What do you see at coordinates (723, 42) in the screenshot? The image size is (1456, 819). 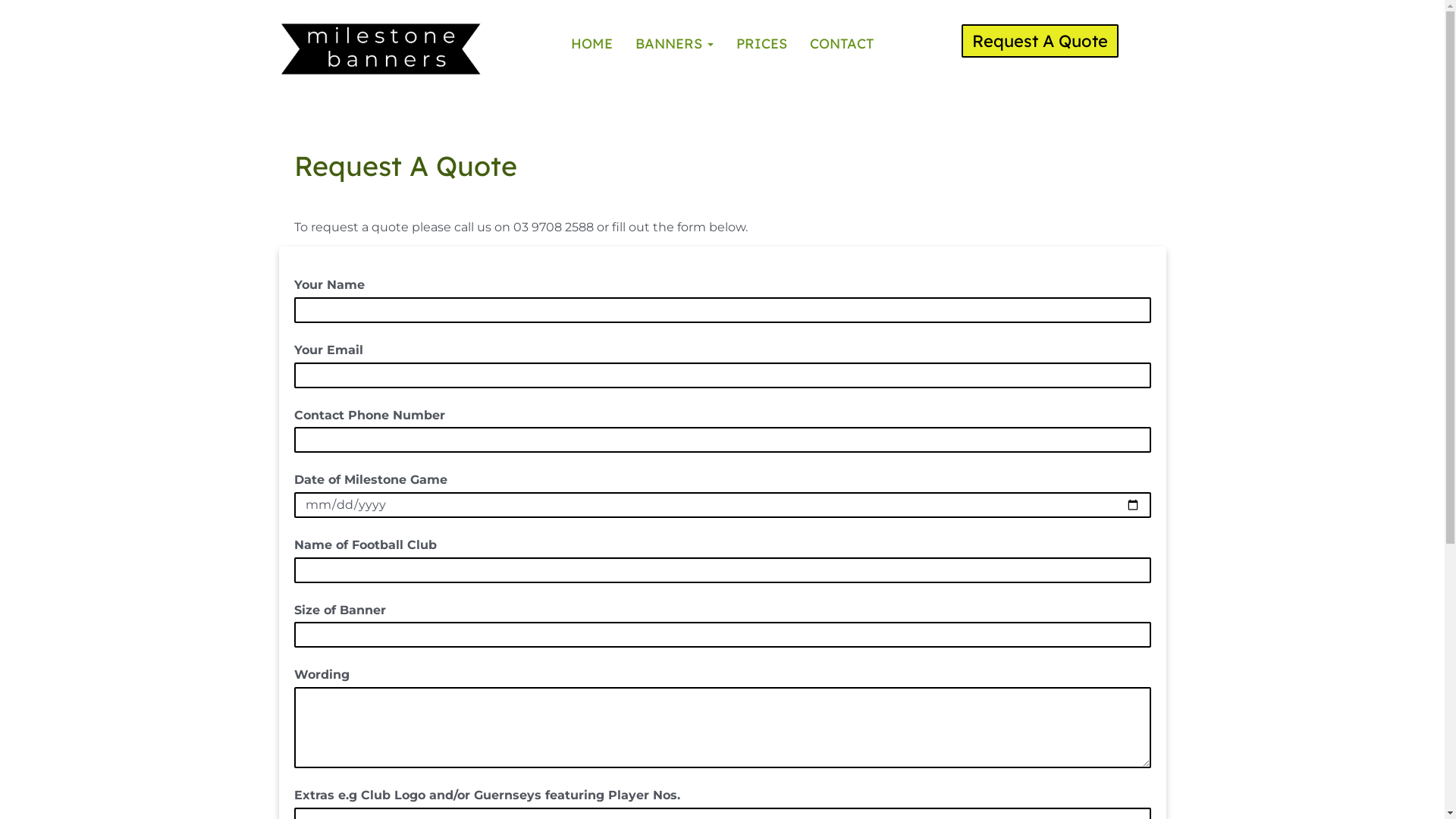 I see `'PRICES'` at bounding box center [723, 42].